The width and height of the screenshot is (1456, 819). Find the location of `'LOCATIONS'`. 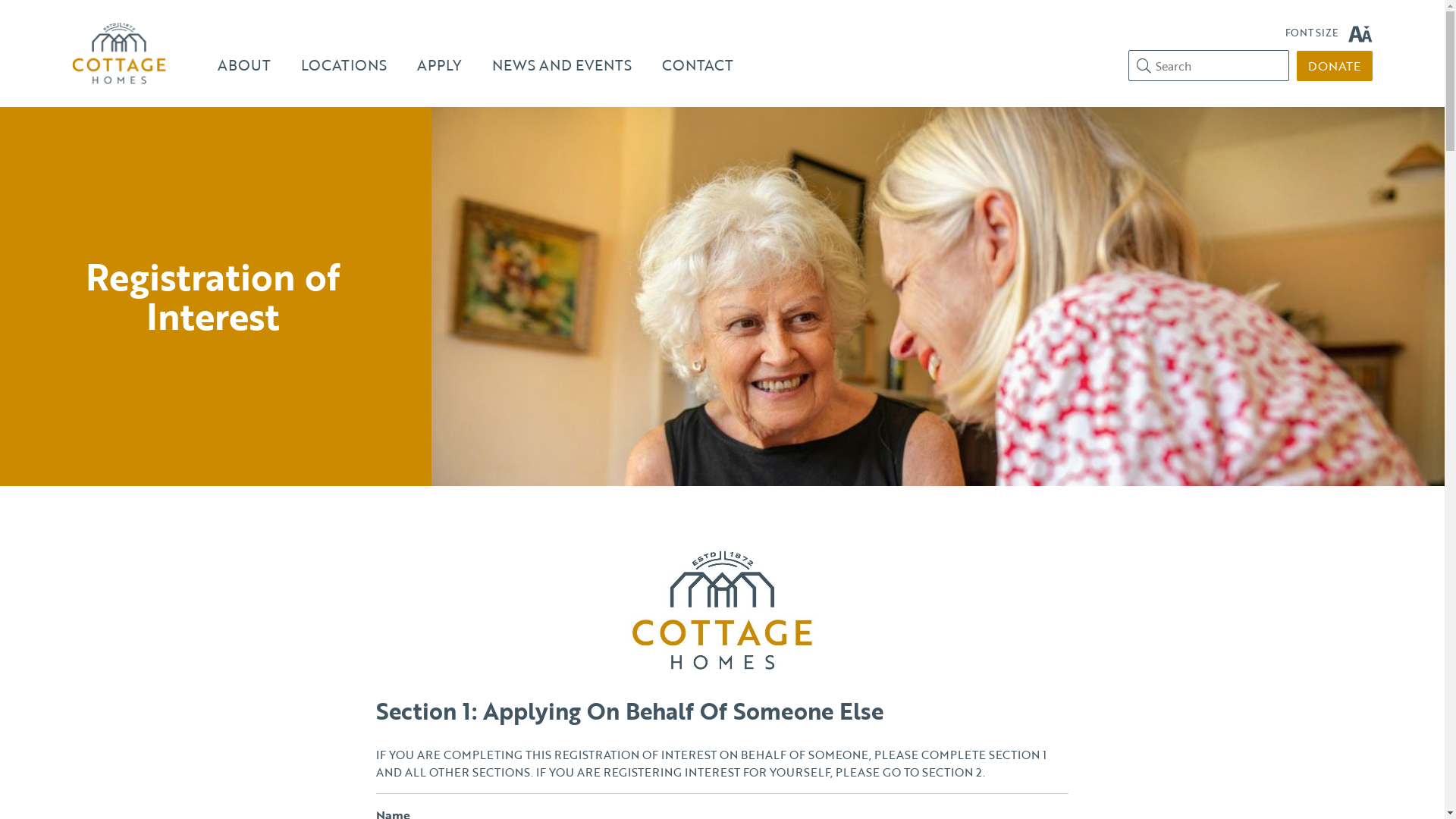

'LOCATIONS' is located at coordinates (286, 64).